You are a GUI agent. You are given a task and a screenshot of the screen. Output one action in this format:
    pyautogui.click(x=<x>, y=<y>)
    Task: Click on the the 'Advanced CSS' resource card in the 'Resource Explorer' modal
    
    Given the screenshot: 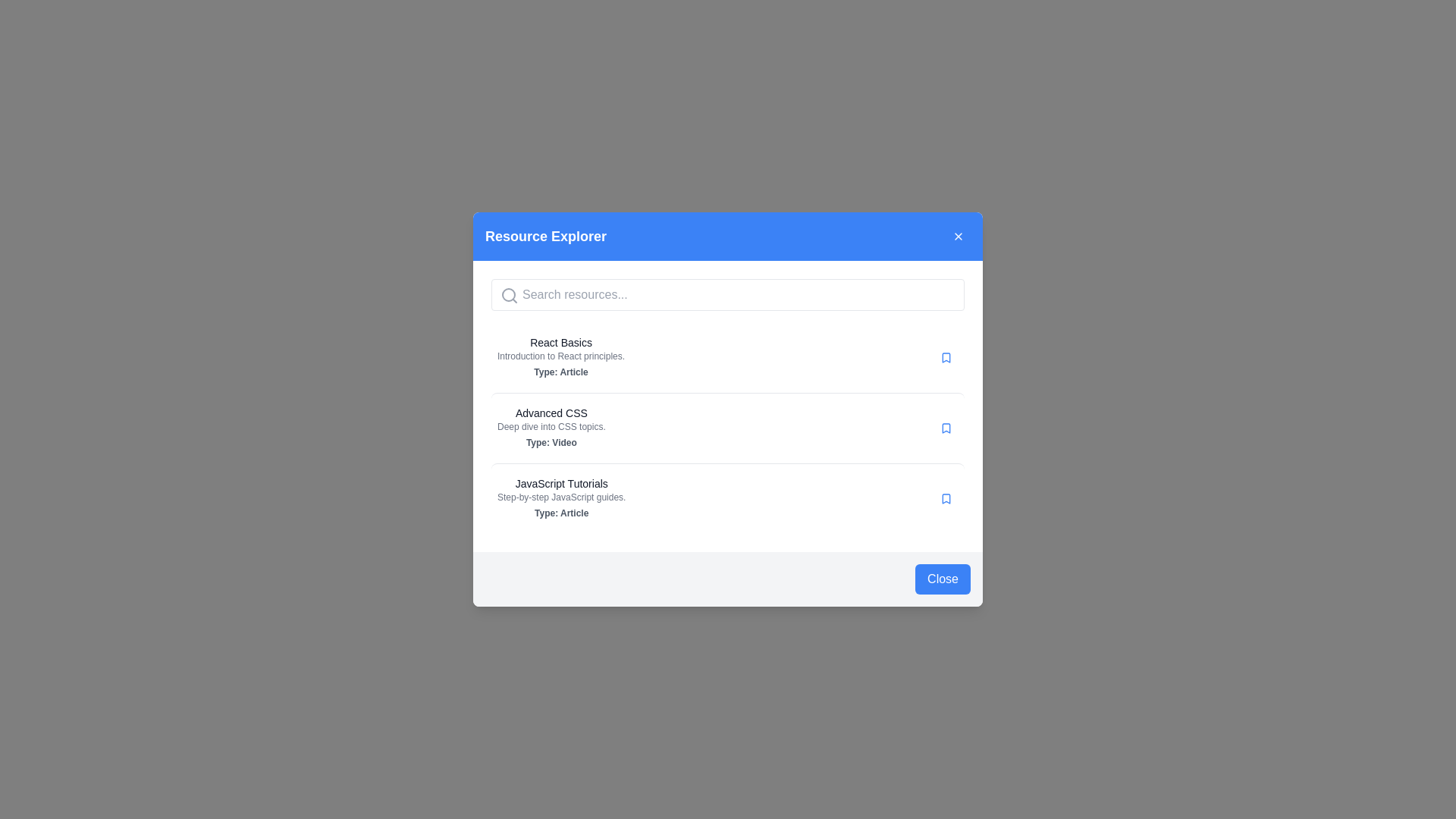 What is the action you would take?
    pyautogui.click(x=728, y=428)
    